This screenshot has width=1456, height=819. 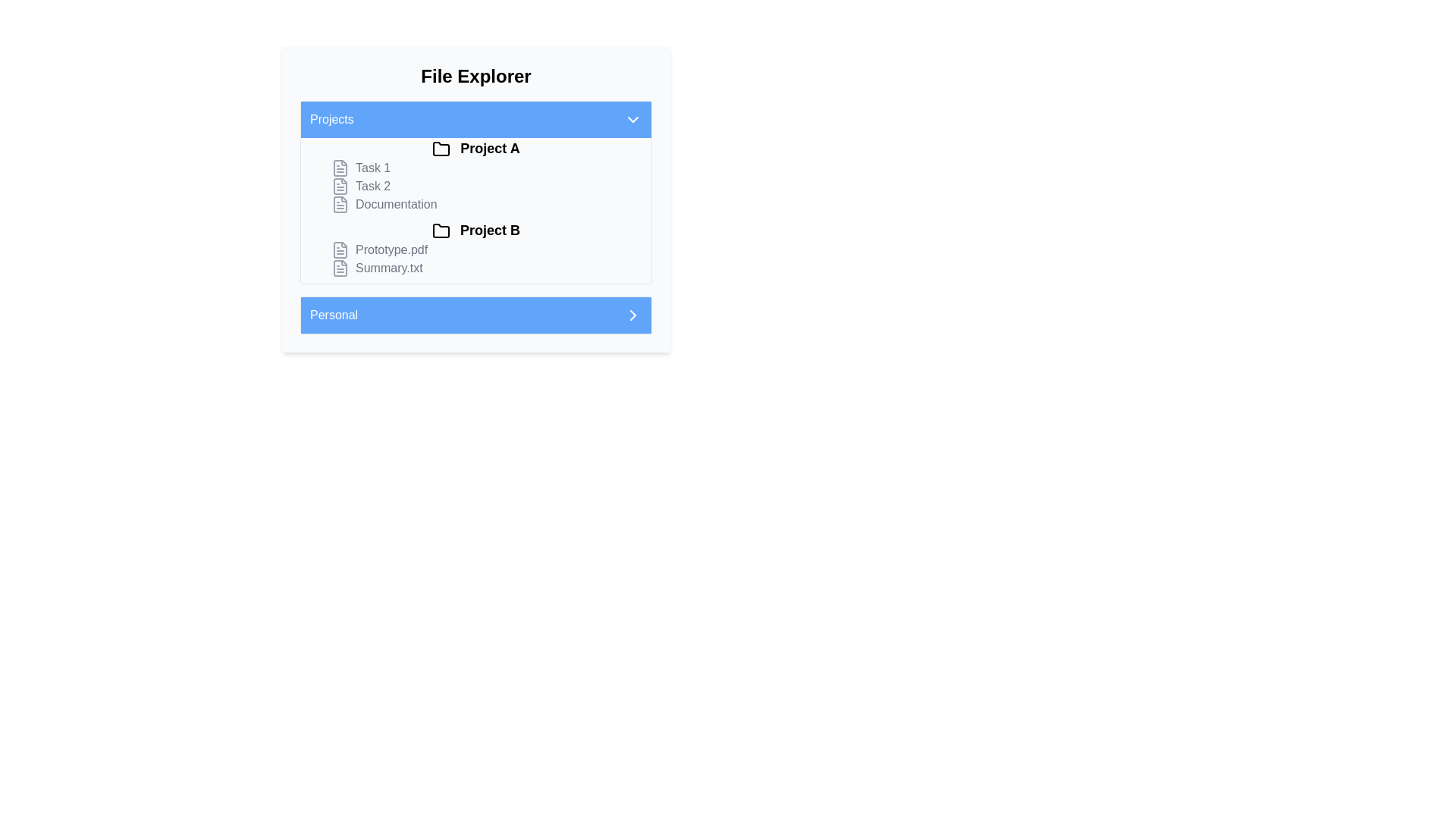 I want to click on the right-facing chevron arrow icon with a minimalist line design, located in the blue rectangular background of the 'Personal' section, so click(x=633, y=315).